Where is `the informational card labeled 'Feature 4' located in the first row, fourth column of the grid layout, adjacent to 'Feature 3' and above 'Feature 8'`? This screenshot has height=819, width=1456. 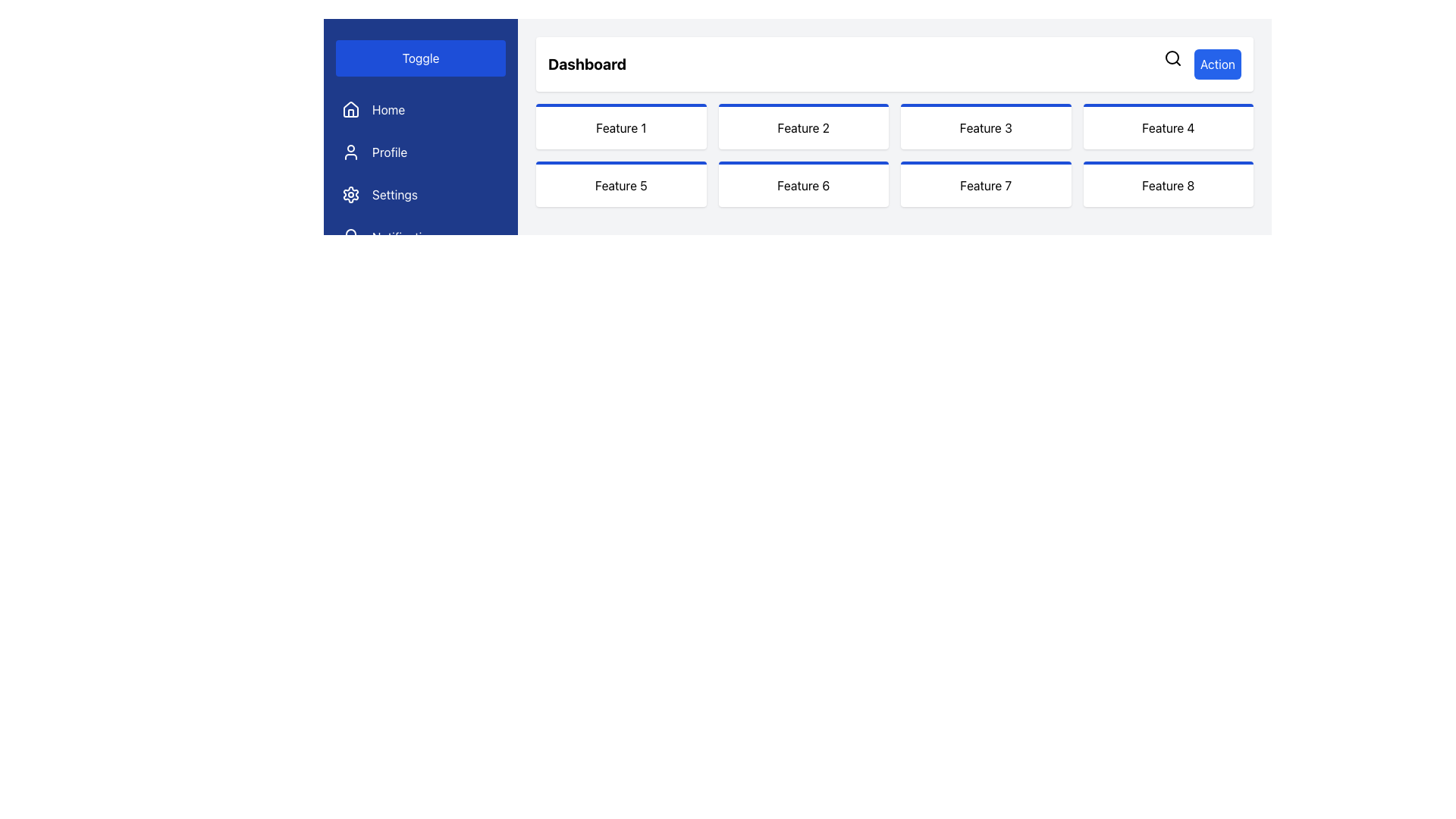 the informational card labeled 'Feature 4' located in the first row, fourth column of the grid layout, adjacent to 'Feature 3' and above 'Feature 8' is located at coordinates (1167, 125).